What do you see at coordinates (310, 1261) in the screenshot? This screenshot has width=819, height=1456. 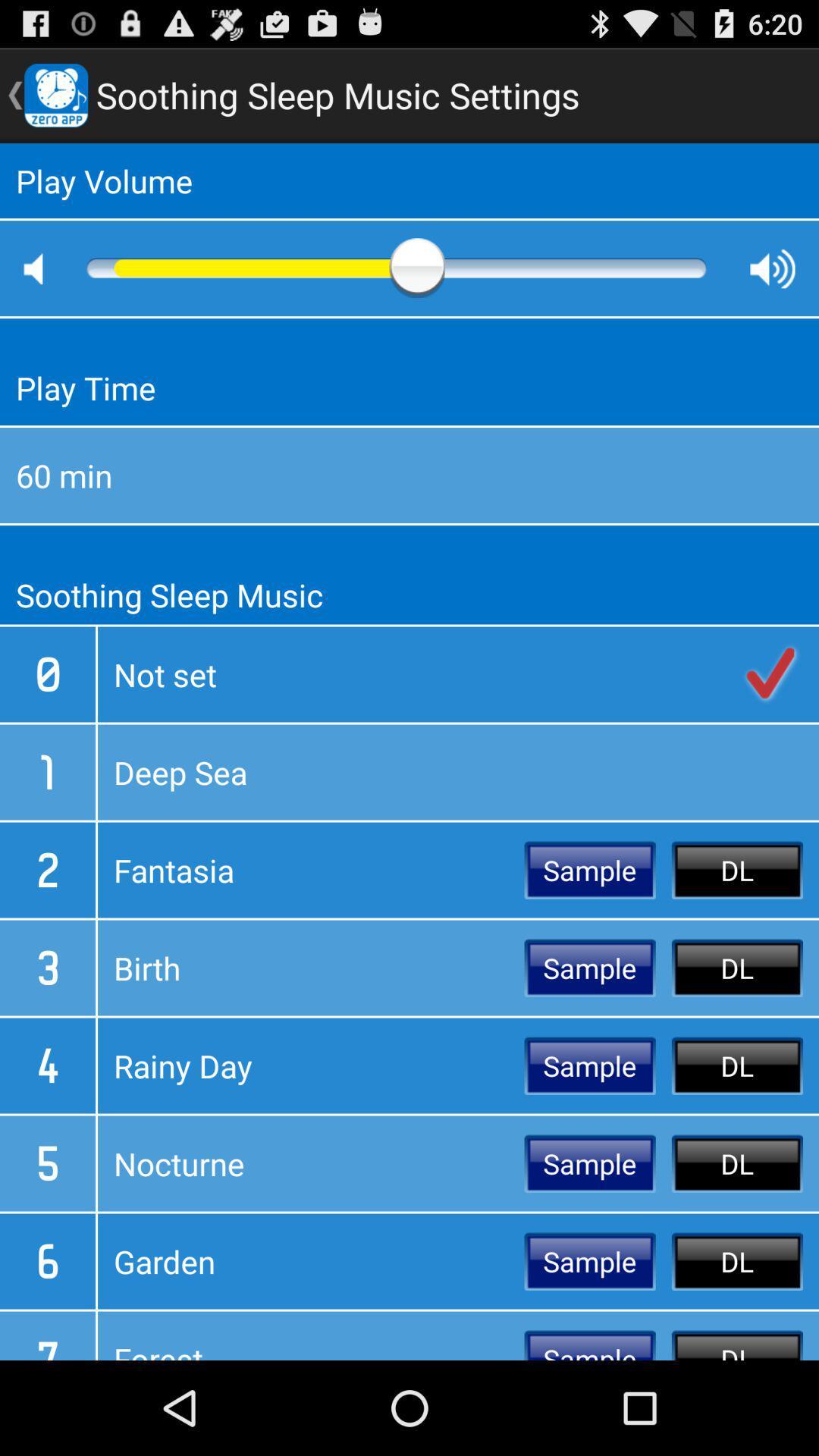 I see `the garden` at bounding box center [310, 1261].